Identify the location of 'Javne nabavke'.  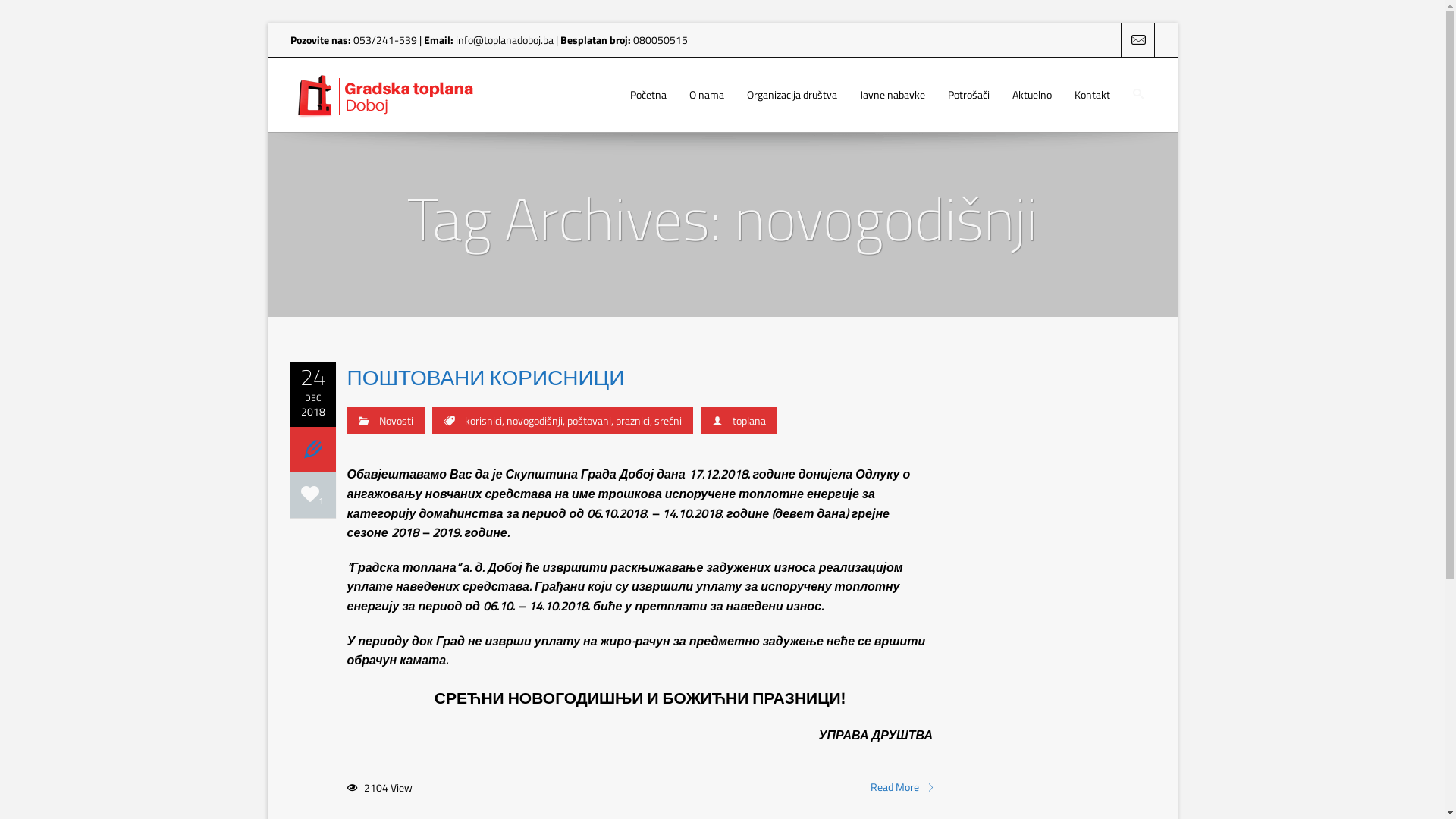
(892, 94).